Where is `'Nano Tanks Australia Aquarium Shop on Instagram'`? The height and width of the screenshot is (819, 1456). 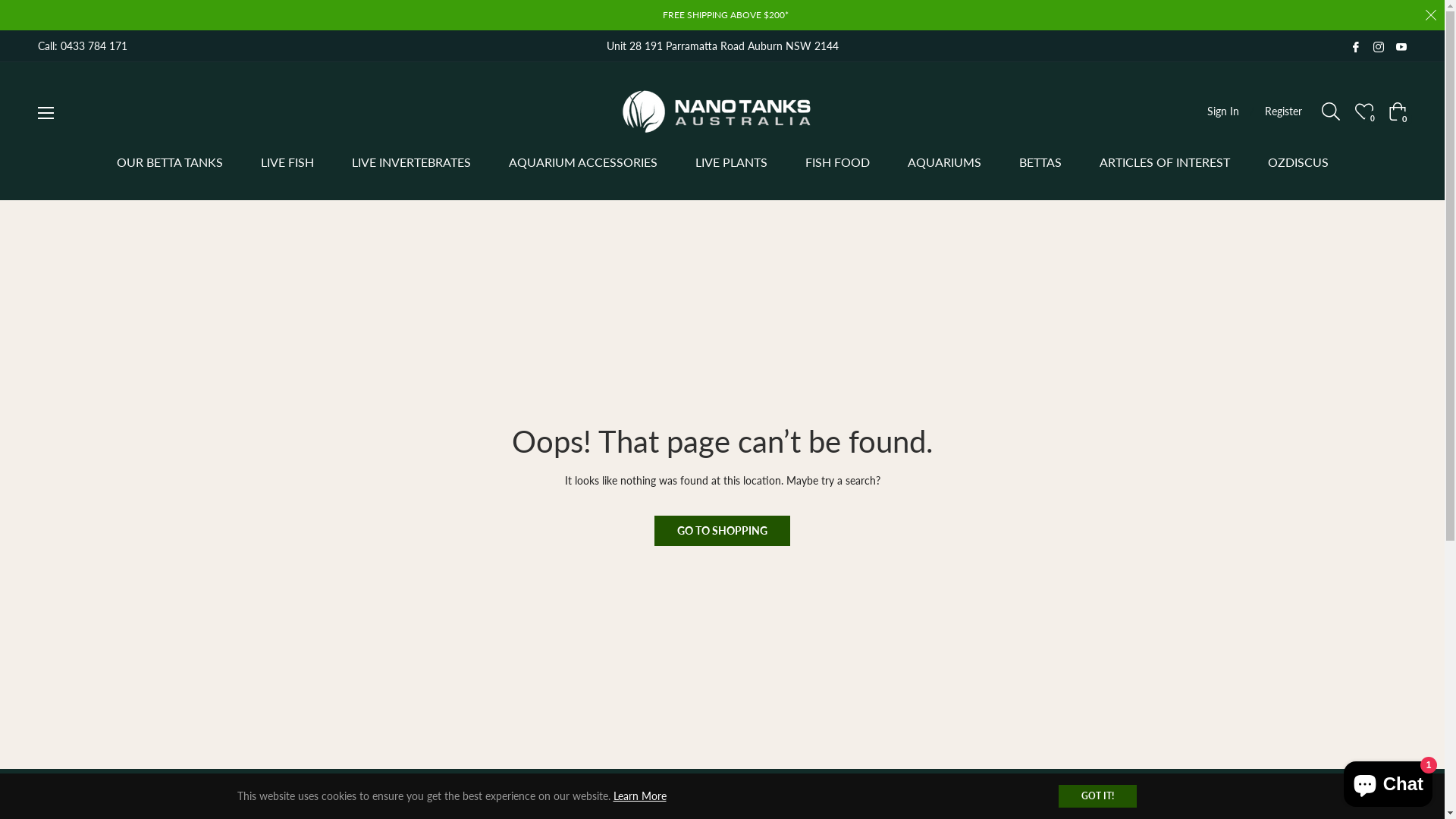 'Nano Tanks Australia Aquarium Shop on Instagram' is located at coordinates (1379, 45).